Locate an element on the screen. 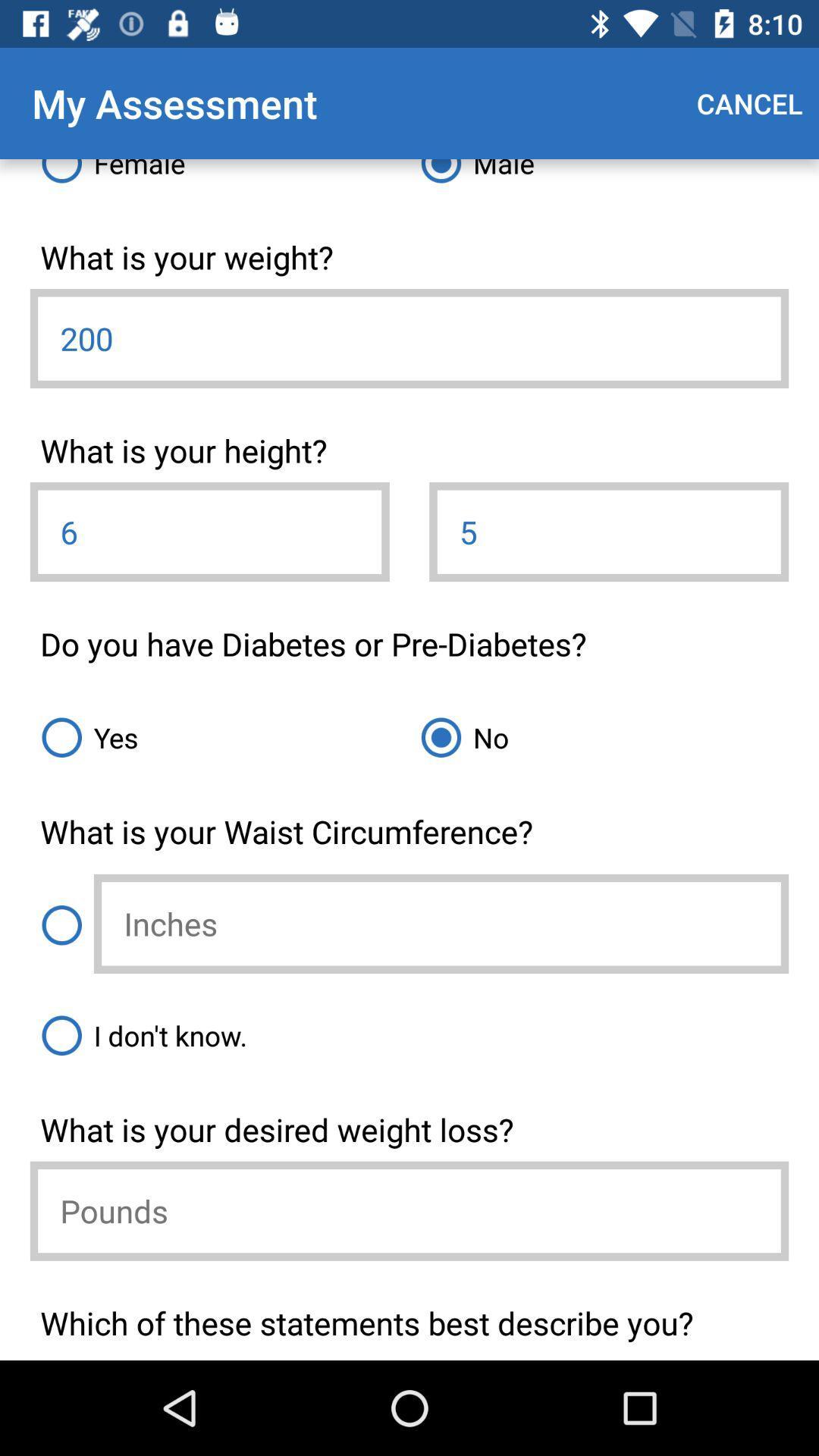  item to the right of yes icon is located at coordinates (598, 737).